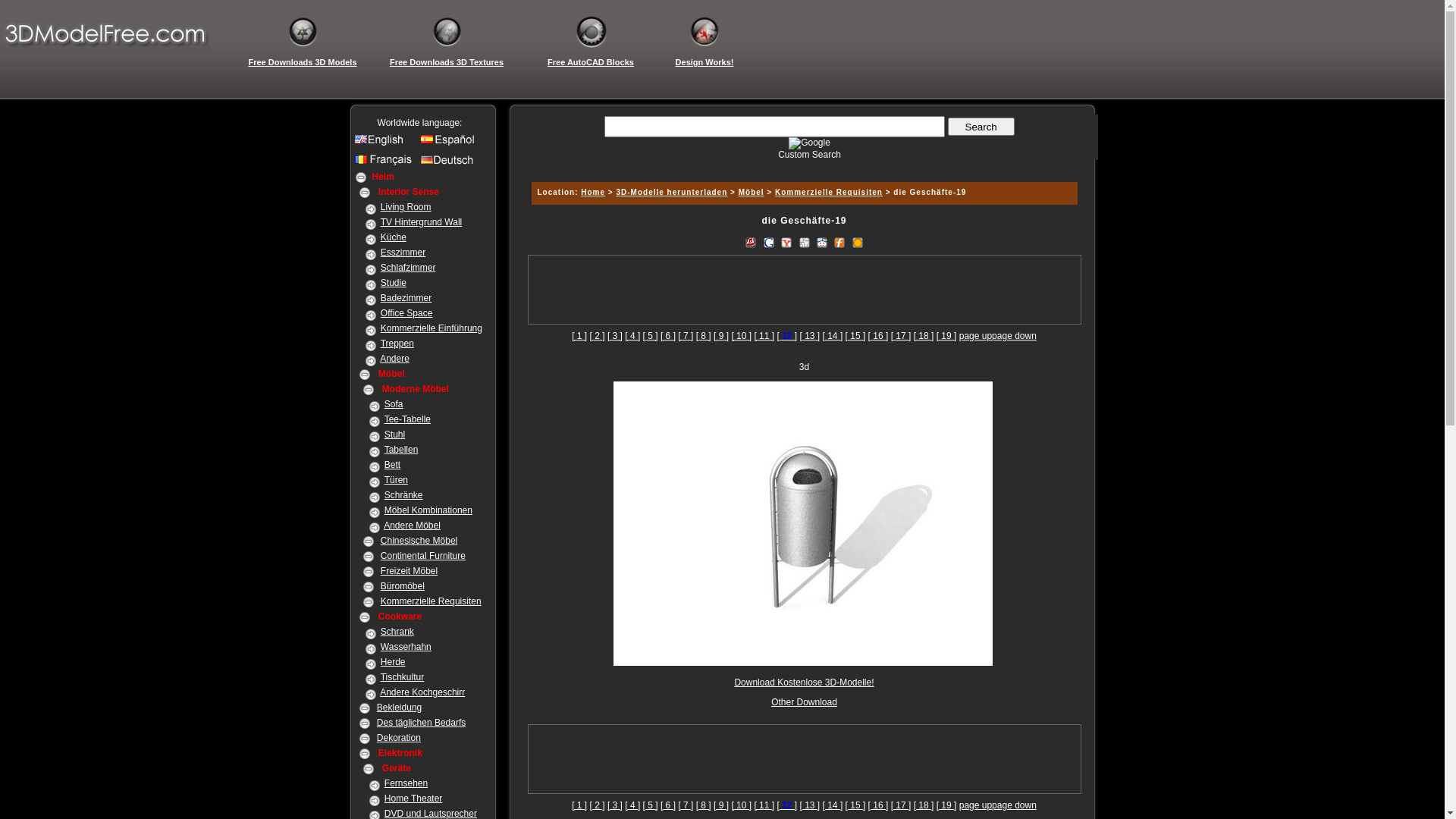 The height and width of the screenshot is (819, 1456). What do you see at coordinates (981, 125) in the screenshot?
I see `'    Search    '` at bounding box center [981, 125].